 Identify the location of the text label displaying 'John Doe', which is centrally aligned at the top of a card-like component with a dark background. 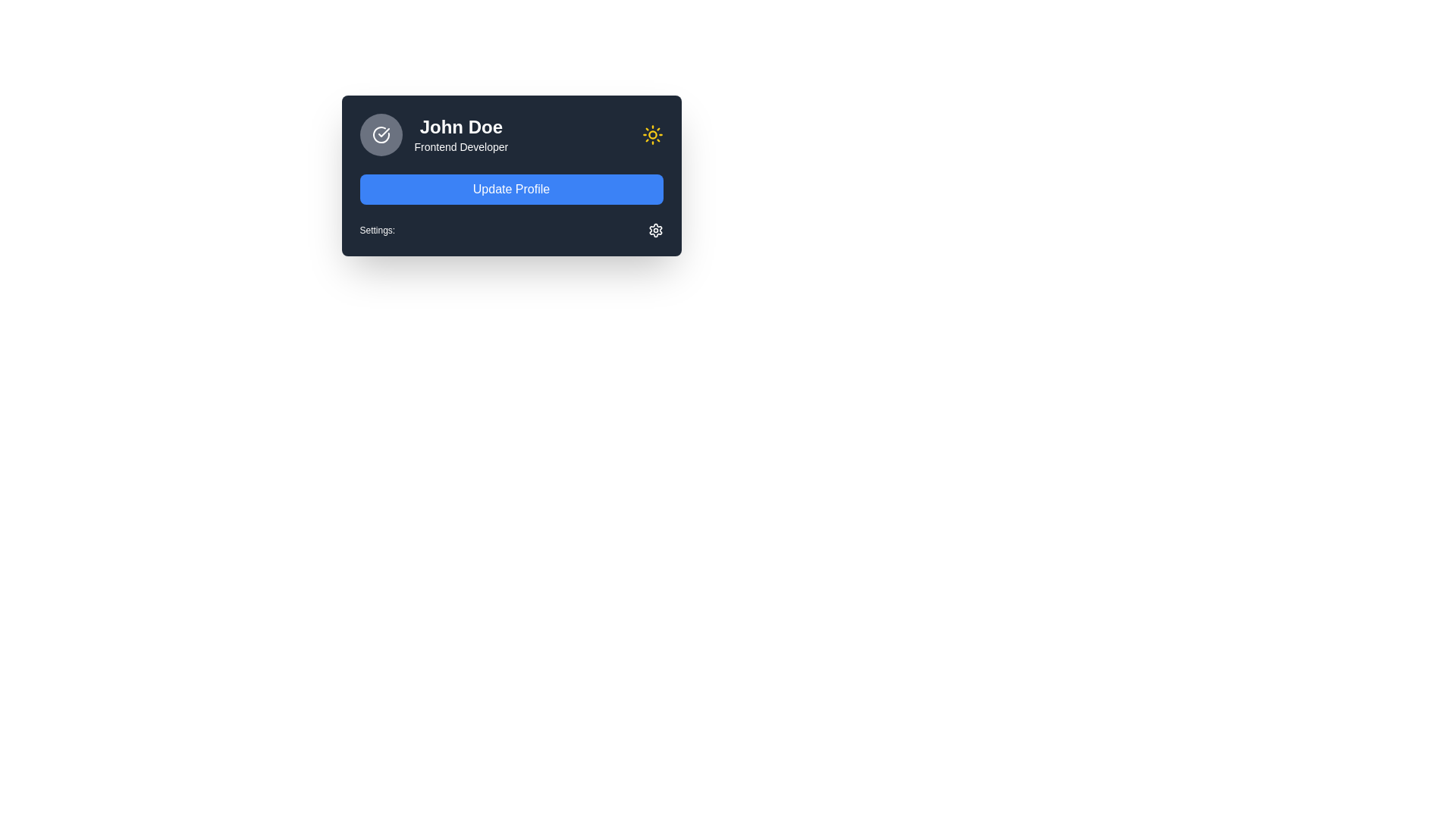
(460, 127).